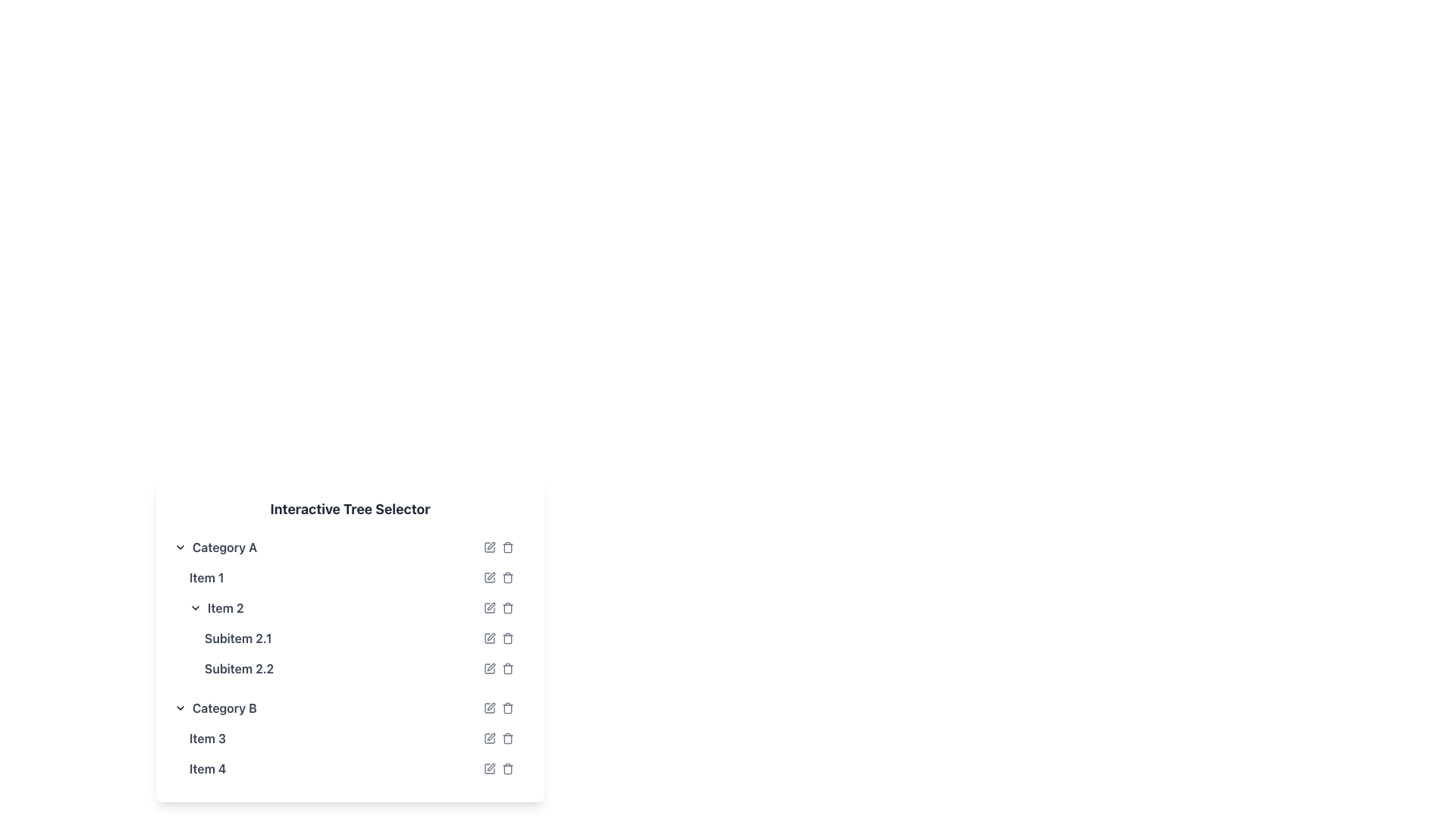 This screenshot has height=819, width=1456. I want to click on the trash icon button styled as an SVG graphic, located under the 'Subitem 2.2' entry, so click(508, 668).